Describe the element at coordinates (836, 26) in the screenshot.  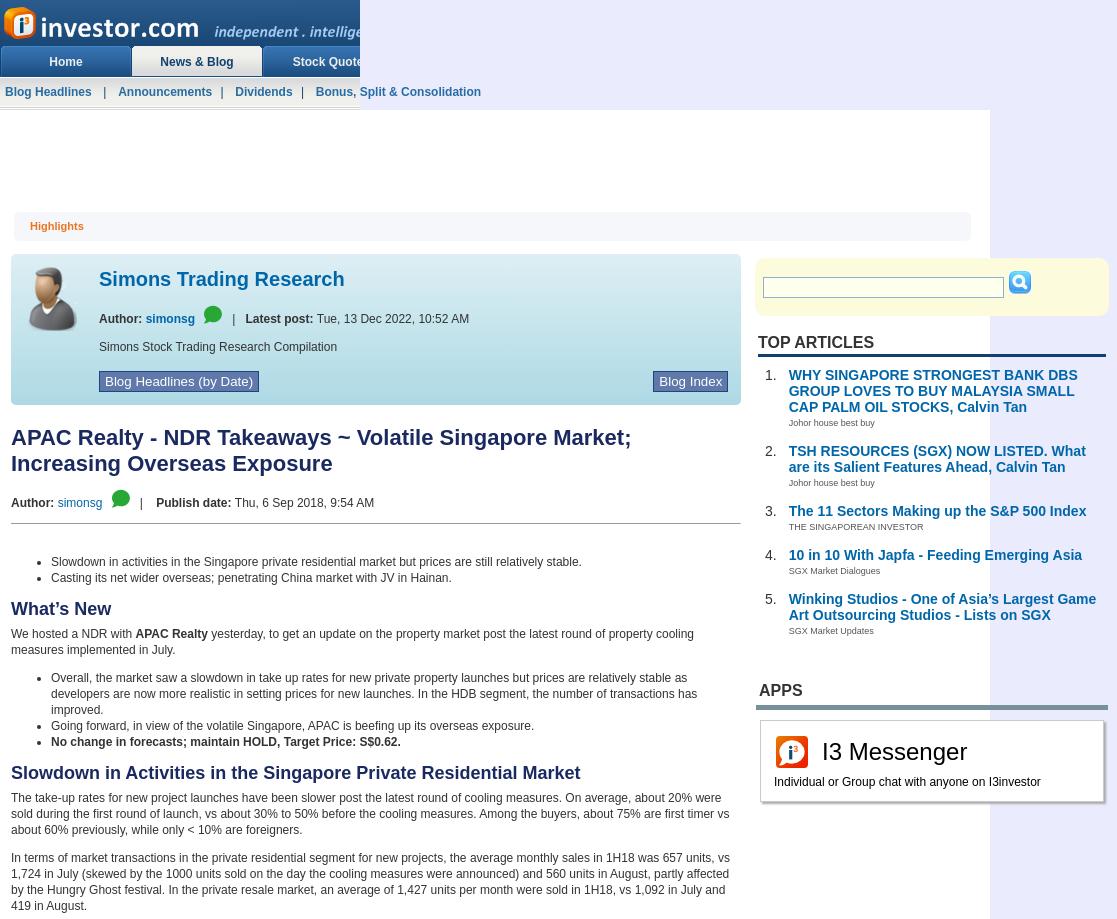
I see `'Sign In or Register (FREE)'` at that location.